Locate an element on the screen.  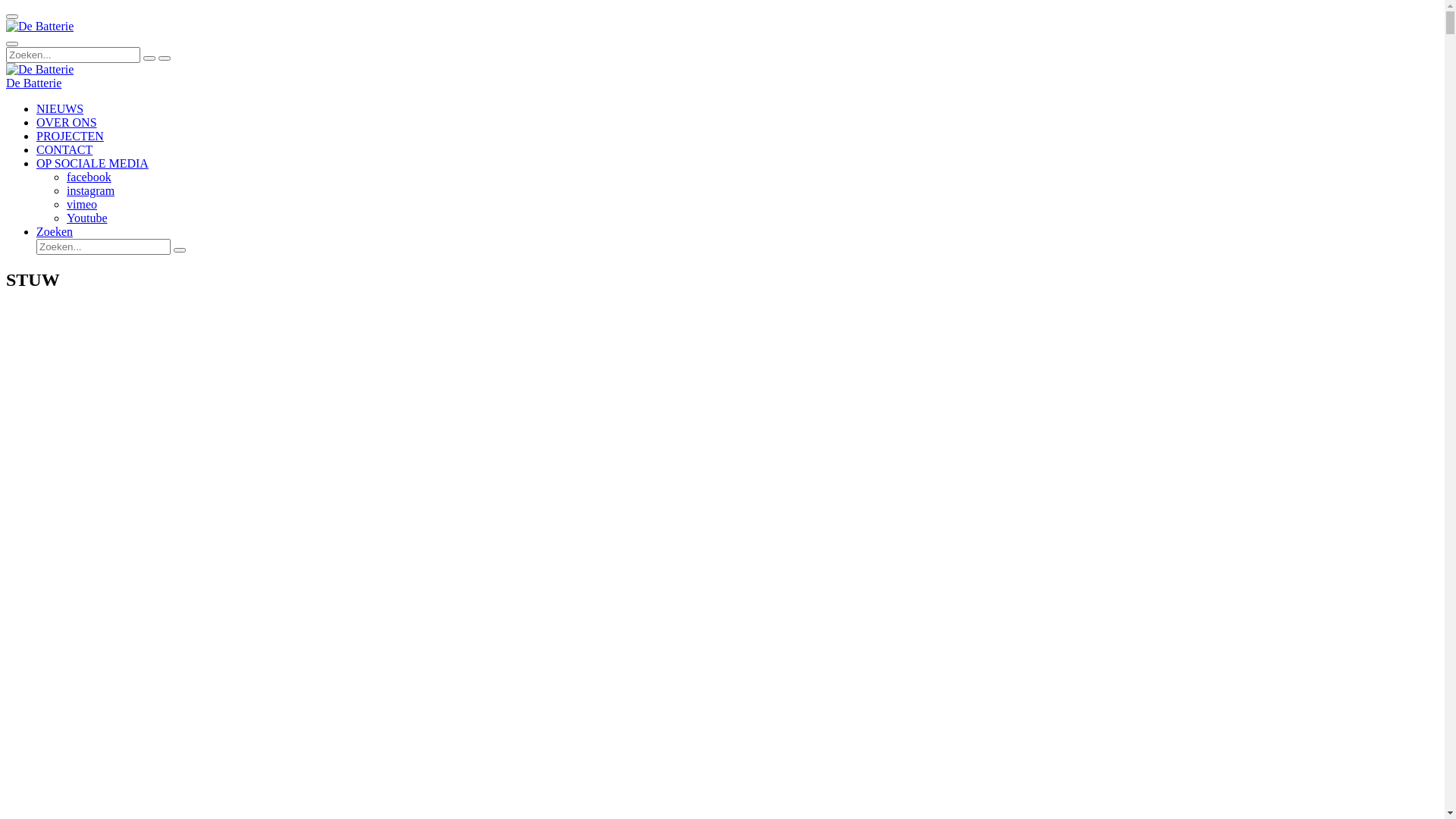
'Youtube' is located at coordinates (86, 218).